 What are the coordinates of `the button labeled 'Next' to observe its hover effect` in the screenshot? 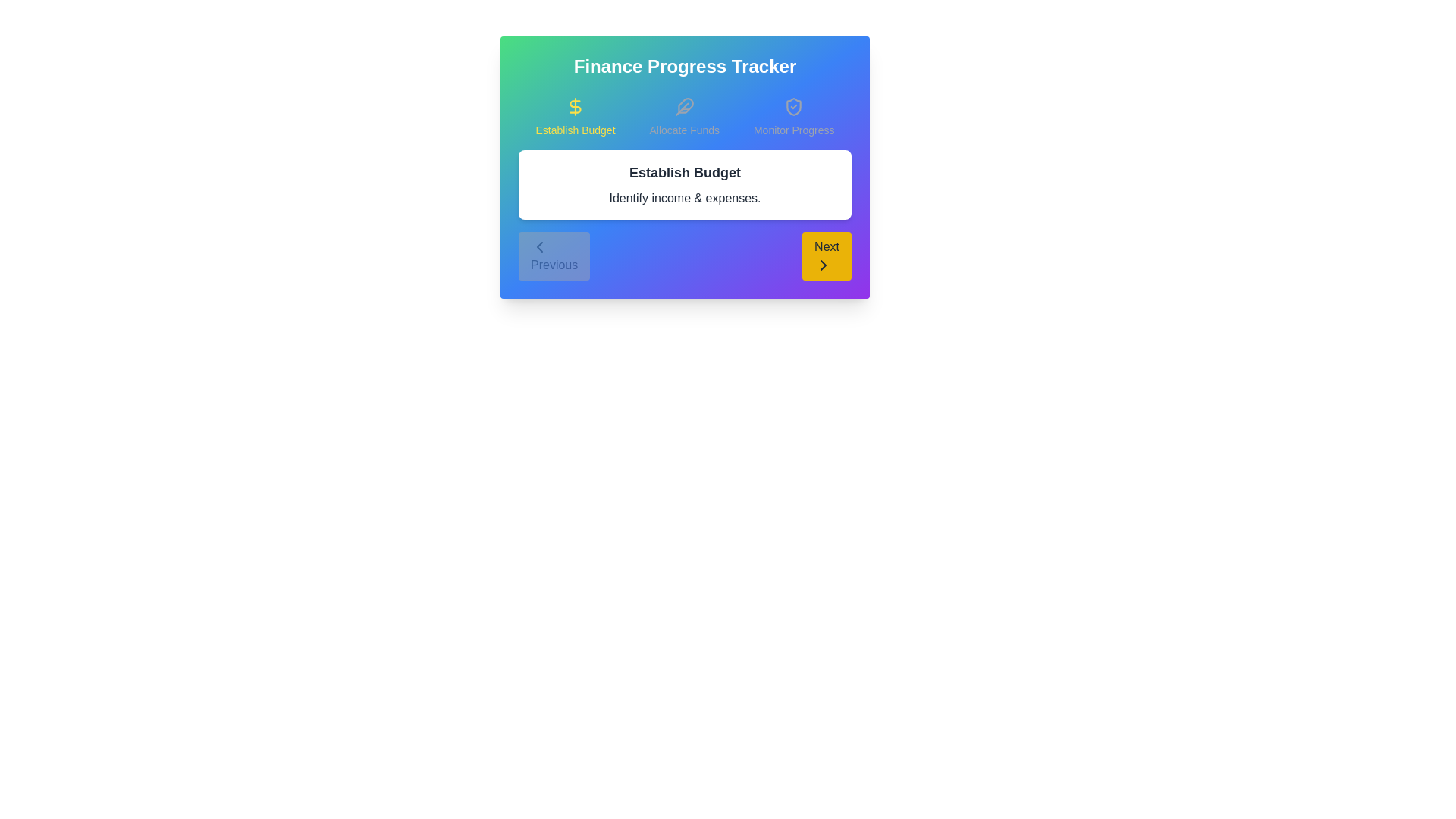 It's located at (826, 256).